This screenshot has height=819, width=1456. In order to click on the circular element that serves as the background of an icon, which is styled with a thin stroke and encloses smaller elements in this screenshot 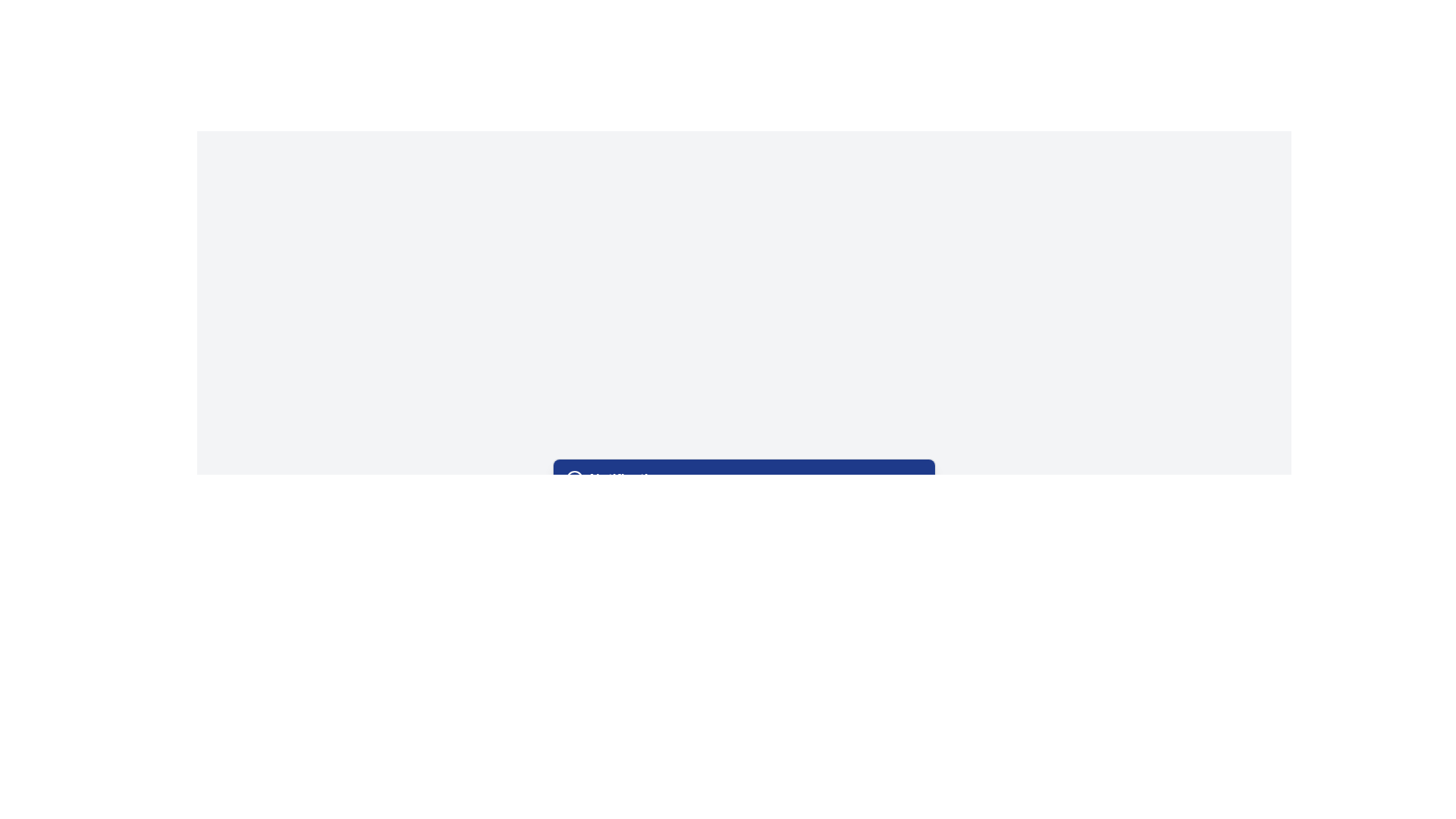, I will do `click(573, 479)`.